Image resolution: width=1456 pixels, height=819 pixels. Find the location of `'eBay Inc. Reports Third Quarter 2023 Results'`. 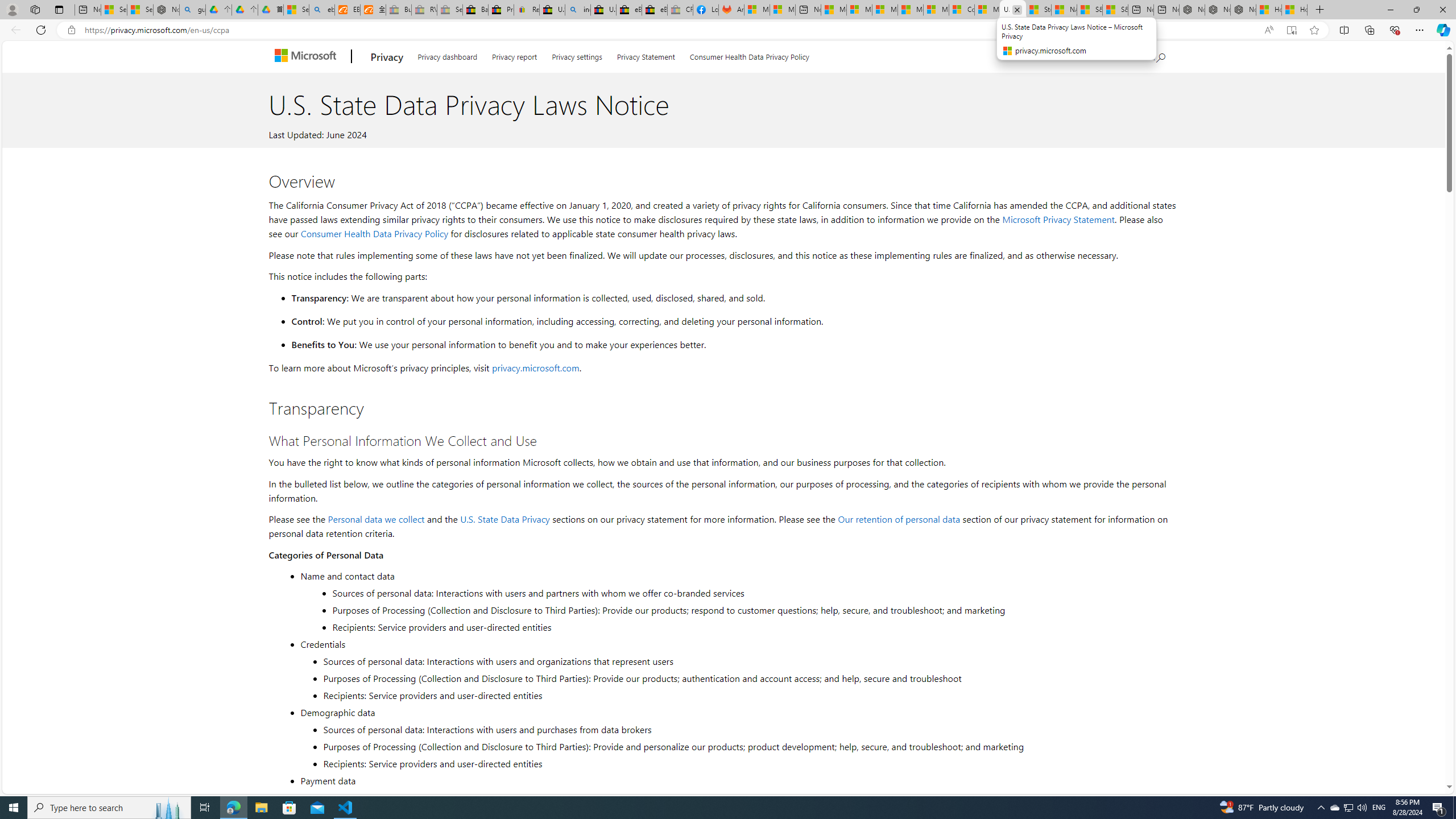

'eBay Inc. Reports Third Quarter 2023 Results' is located at coordinates (655, 9).